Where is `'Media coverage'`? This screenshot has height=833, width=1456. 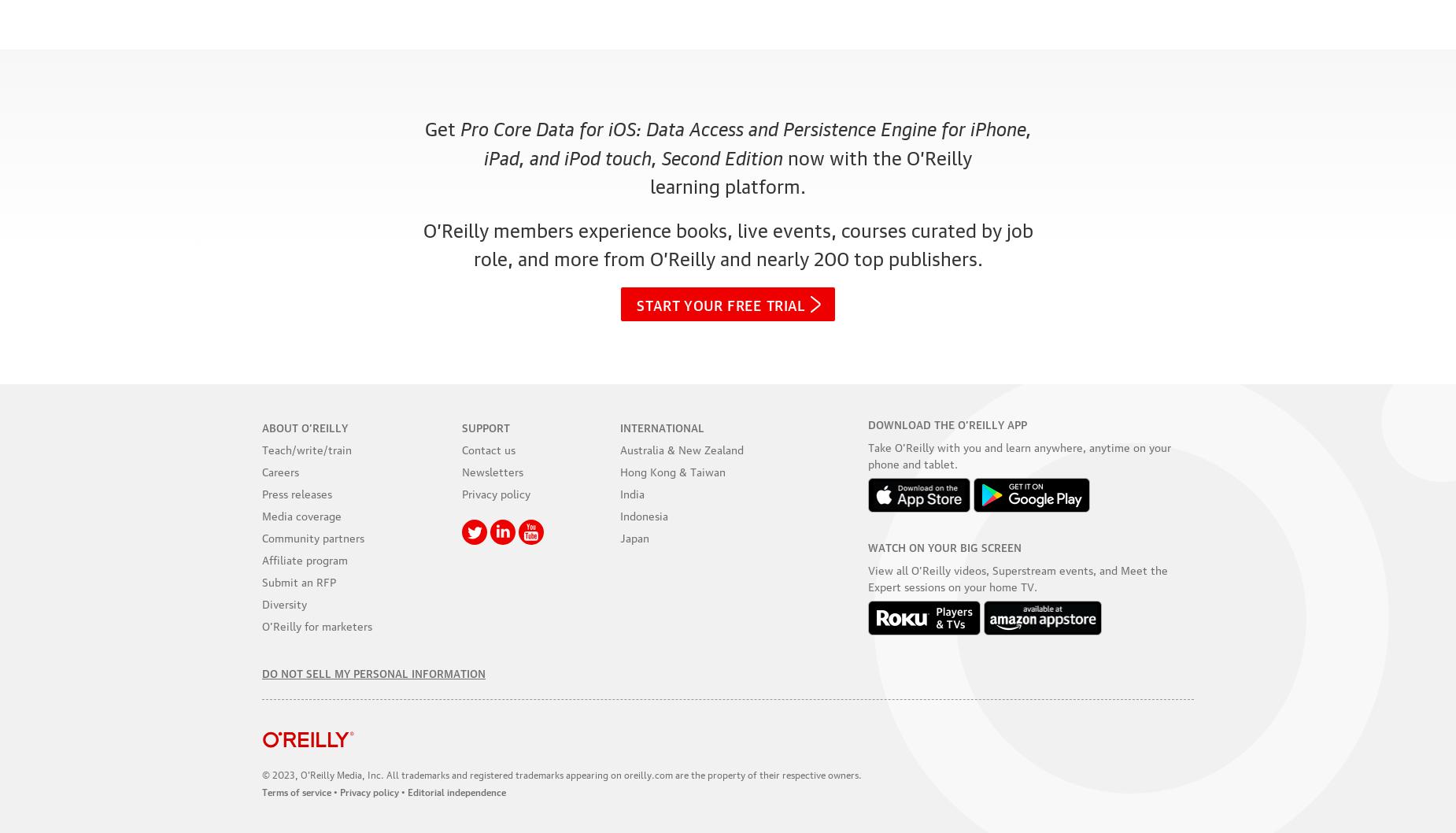
'Media coverage' is located at coordinates (301, 513).